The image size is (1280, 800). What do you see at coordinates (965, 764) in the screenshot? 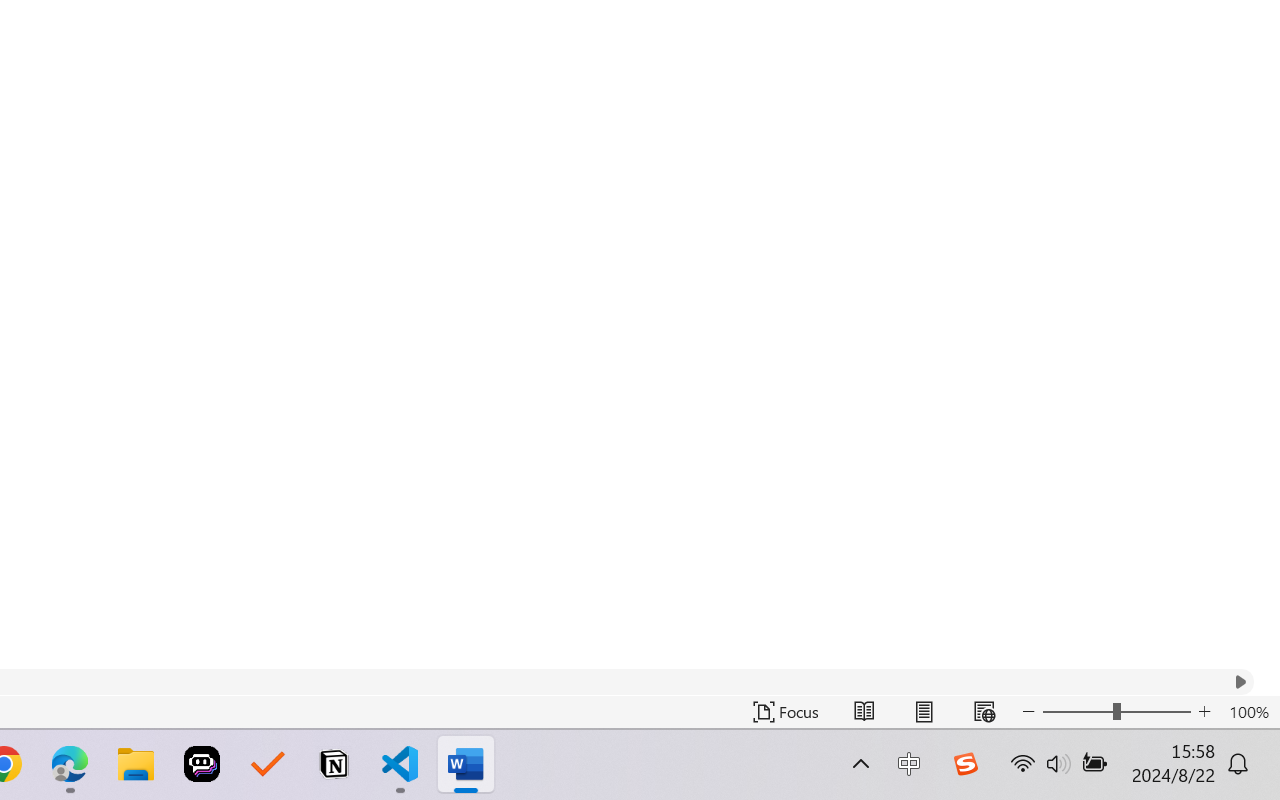
I see `'Class: Image'` at bounding box center [965, 764].